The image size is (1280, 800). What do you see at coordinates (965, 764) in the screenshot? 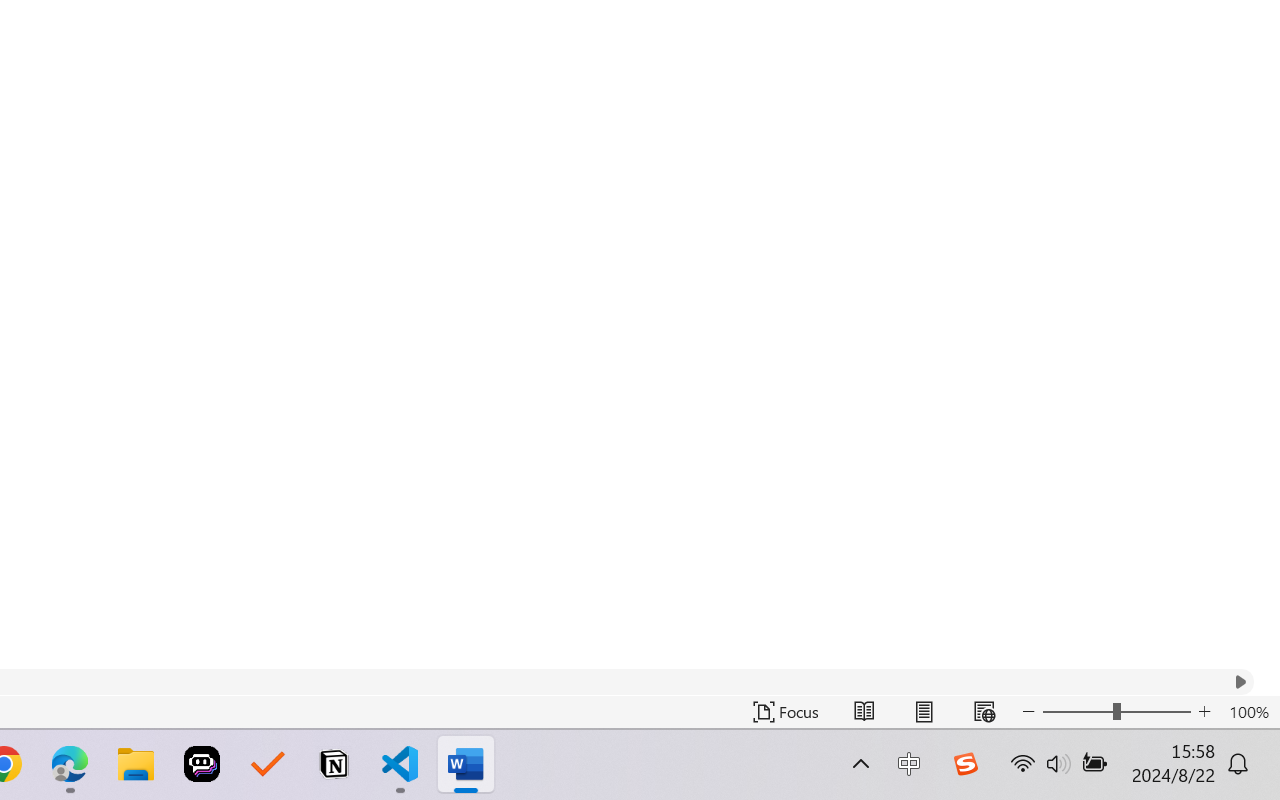
I see `'Class: Image'` at bounding box center [965, 764].